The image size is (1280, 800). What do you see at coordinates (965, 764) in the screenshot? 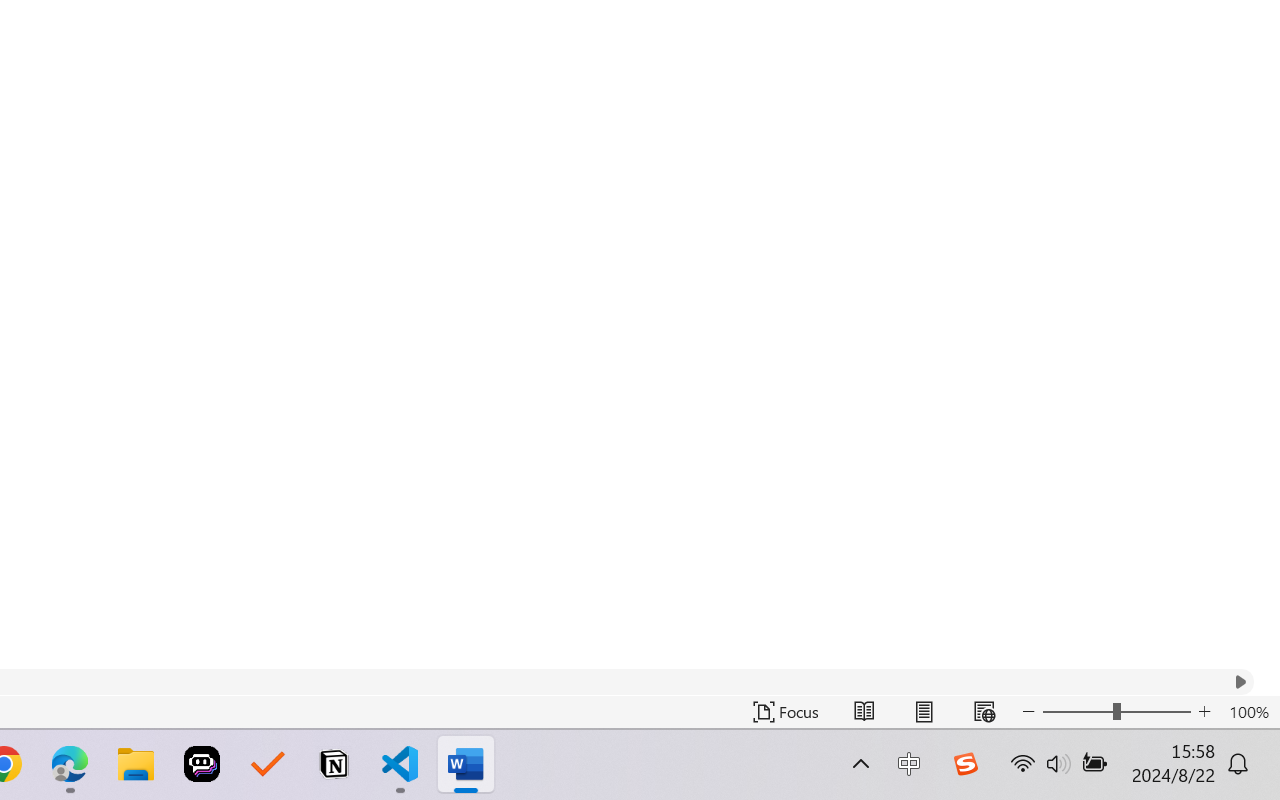
I see `'Class: Image'` at bounding box center [965, 764].